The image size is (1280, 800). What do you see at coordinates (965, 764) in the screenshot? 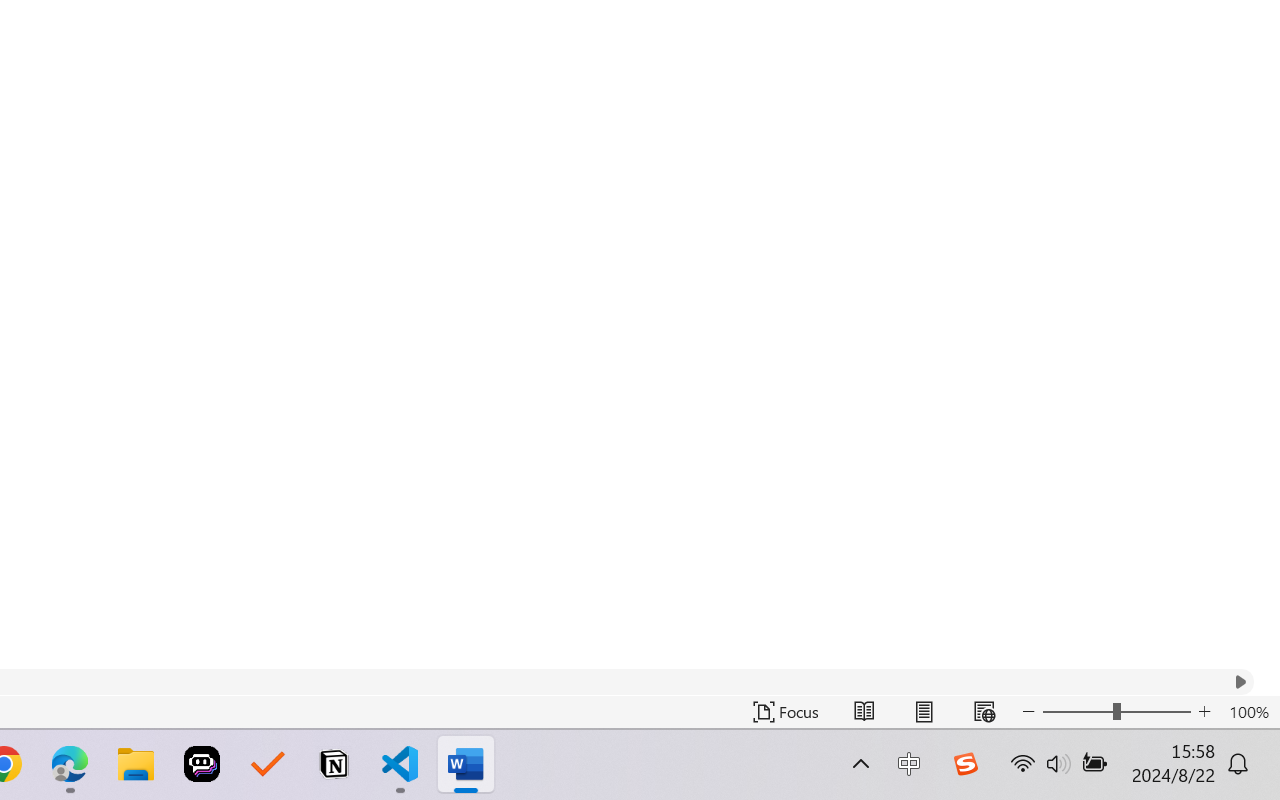
I see `'Class: Image'` at bounding box center [965, 764].